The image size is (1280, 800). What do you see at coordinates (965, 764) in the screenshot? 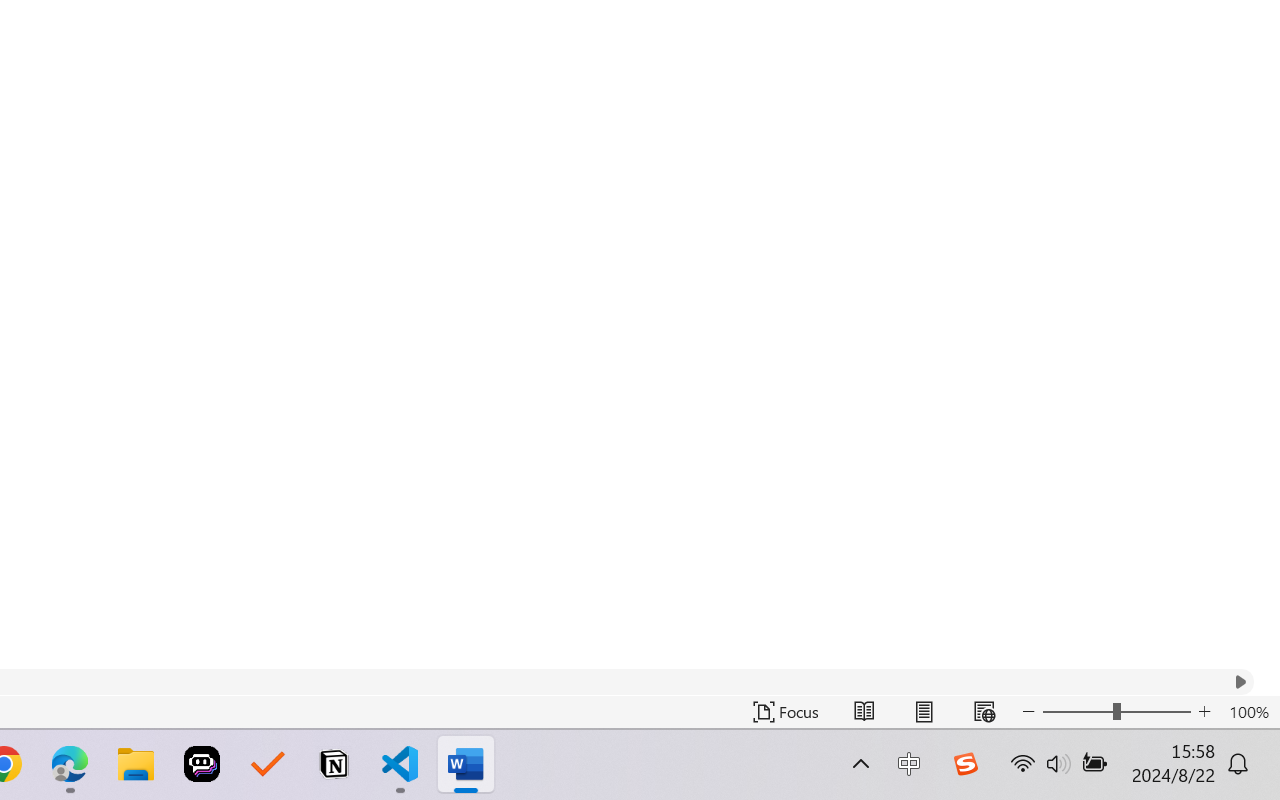
I see `'Class: Image'` at bounding box center [965, 764].